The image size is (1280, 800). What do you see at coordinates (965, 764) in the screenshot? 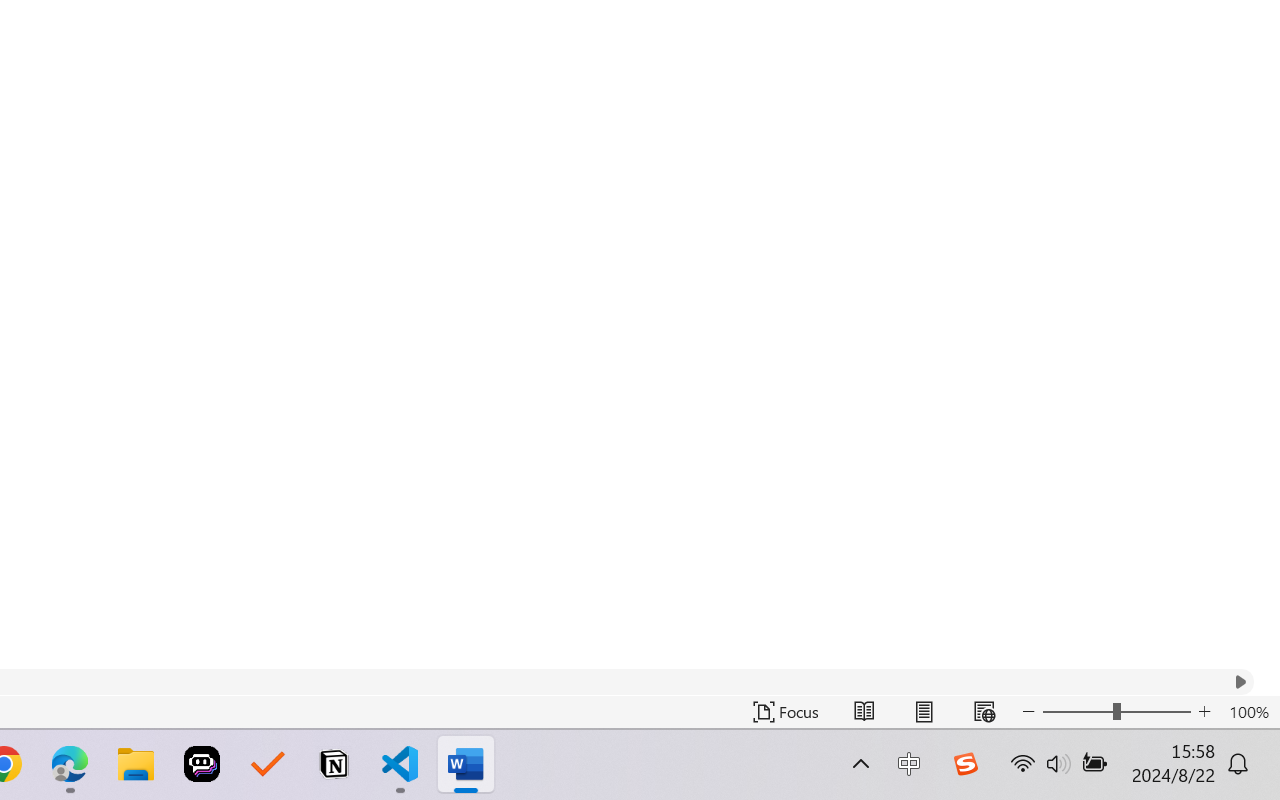
I see `'Class: Image'` at bounding box center [965, 764].